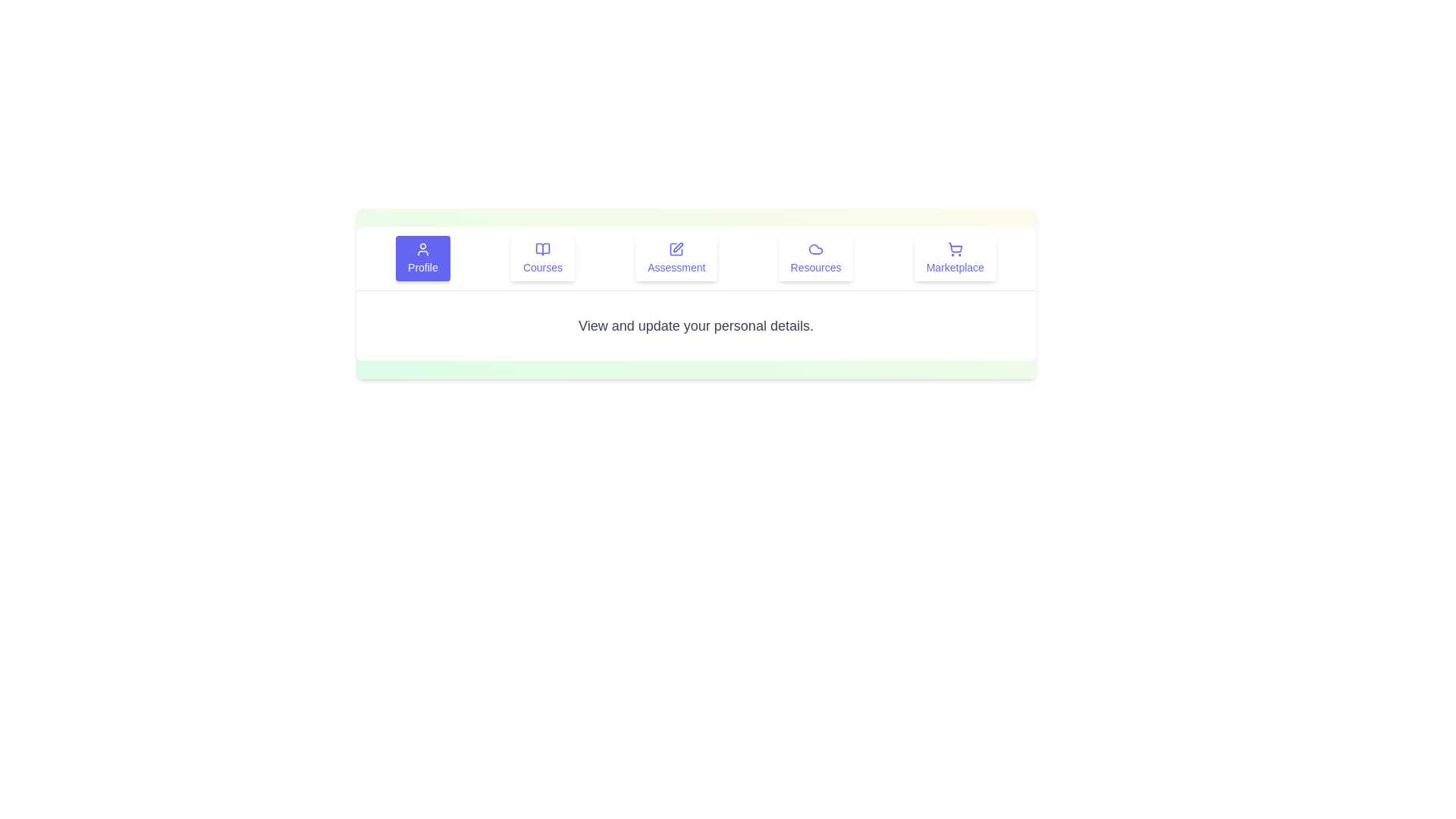  What do you see at coordinates (814, 248) in the screenshot?
I see `the small cloud-shaped icon above the 'Resources' label, which is the fourth item in the horizontal navigation menu` at bounding box center [814, 248].